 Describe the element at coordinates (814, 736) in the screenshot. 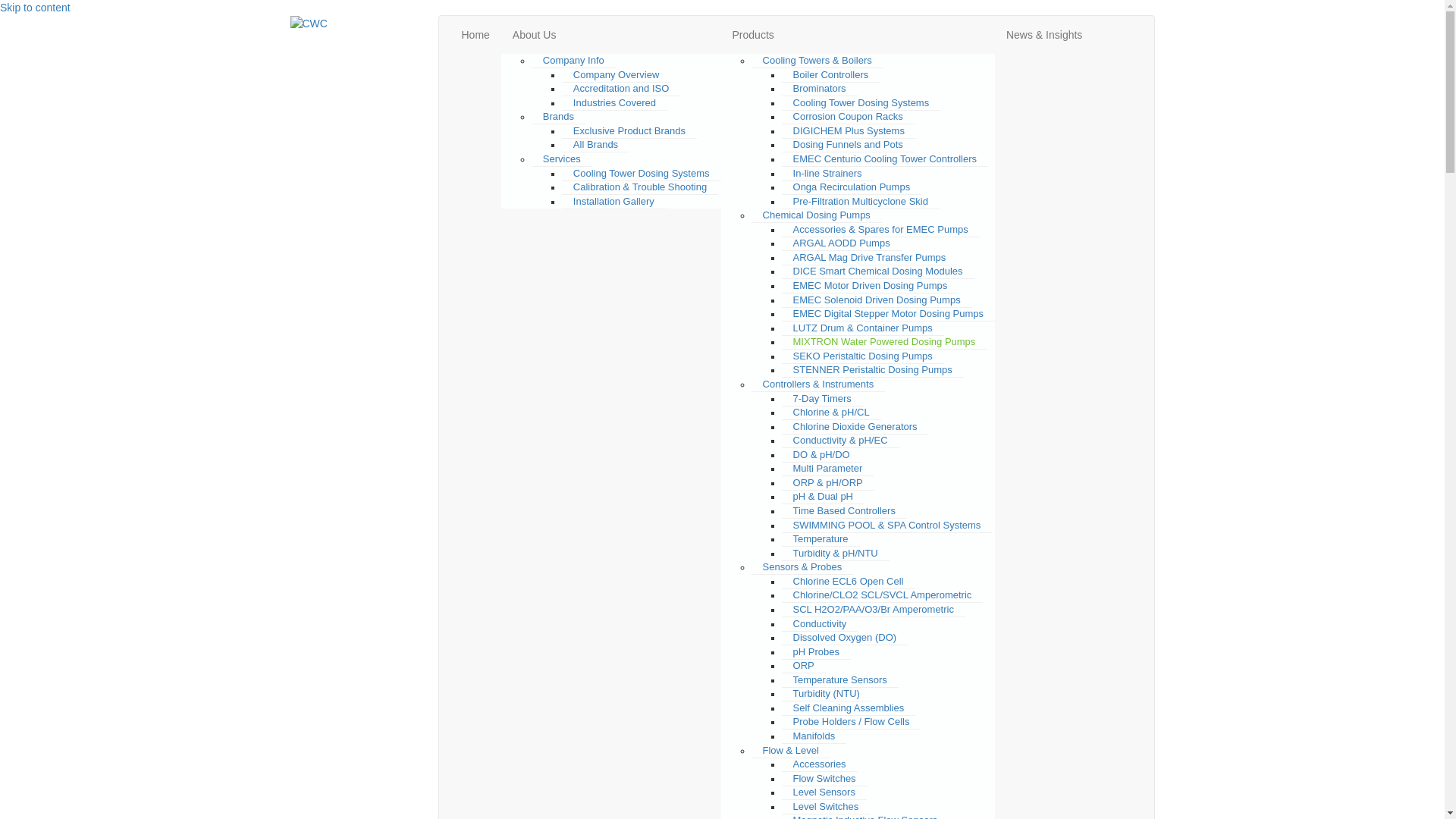

I see `'Manifolds'` at that location.